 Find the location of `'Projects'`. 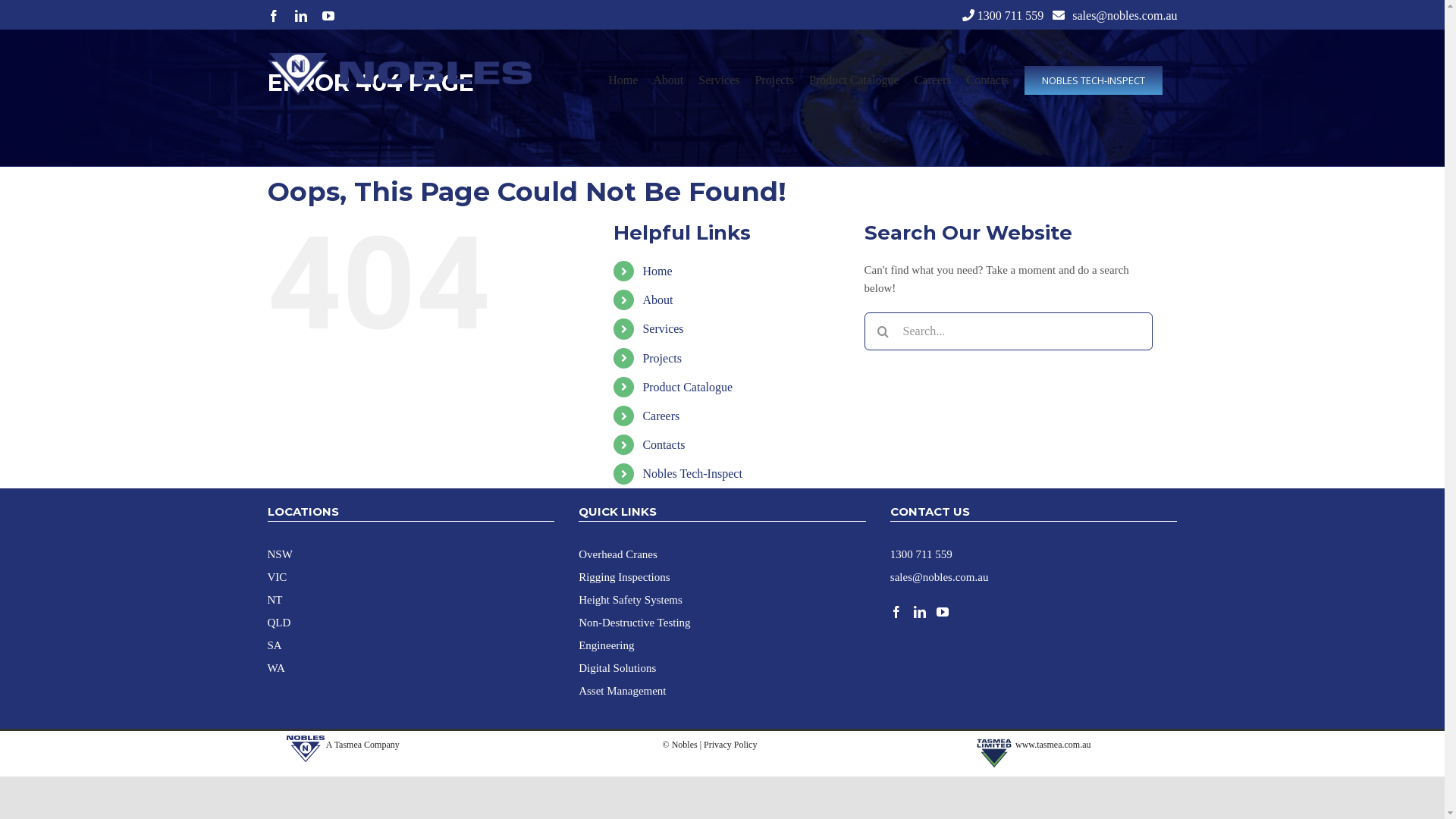

'Projects' is located at coordinates (774, 80).